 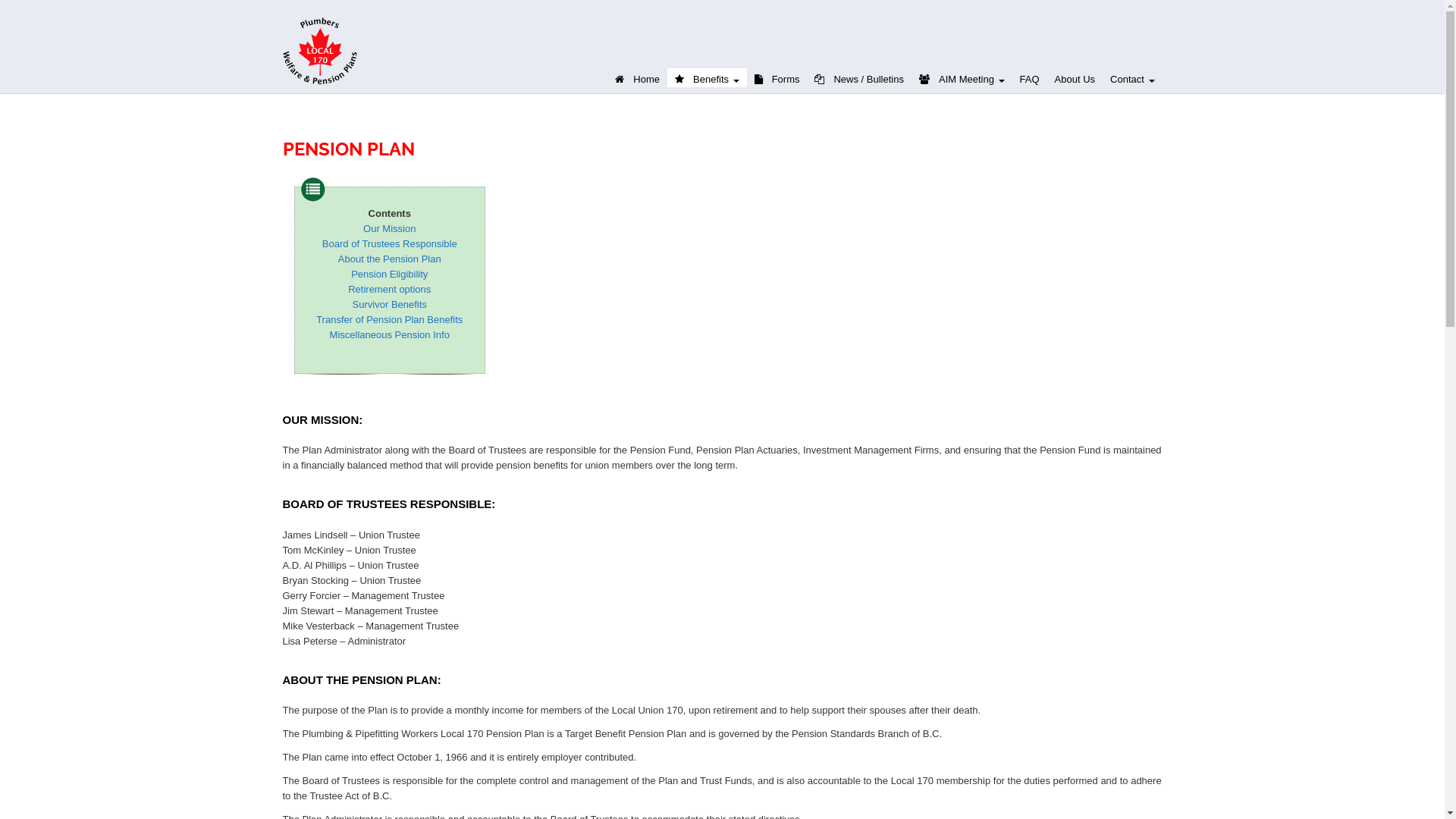 What do you see at coordinates (389, 228) in the screenshot?
I see `'Our Mission'` at bounding box center [389, 228].